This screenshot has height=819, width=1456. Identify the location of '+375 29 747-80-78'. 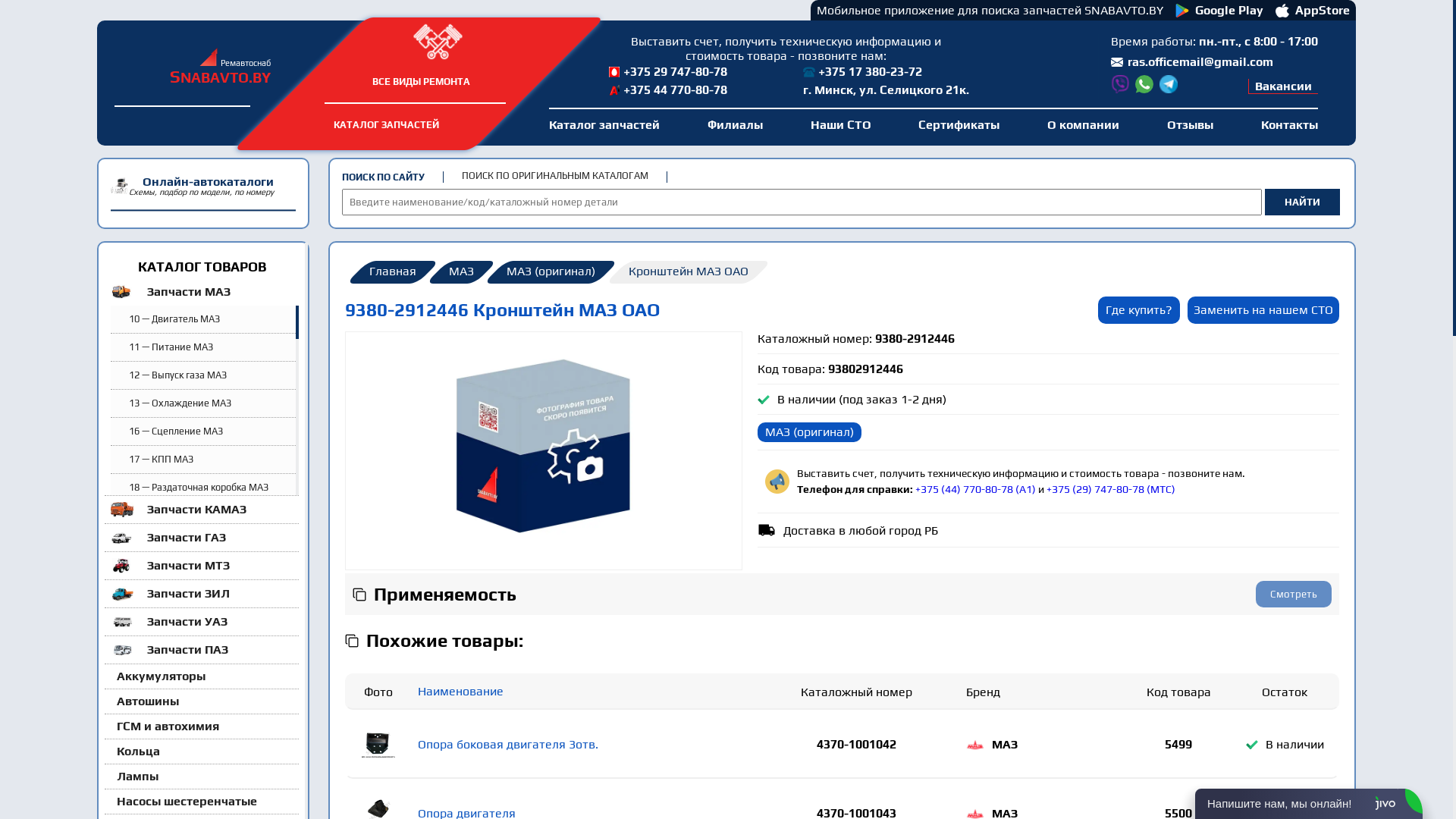
(687, 72).